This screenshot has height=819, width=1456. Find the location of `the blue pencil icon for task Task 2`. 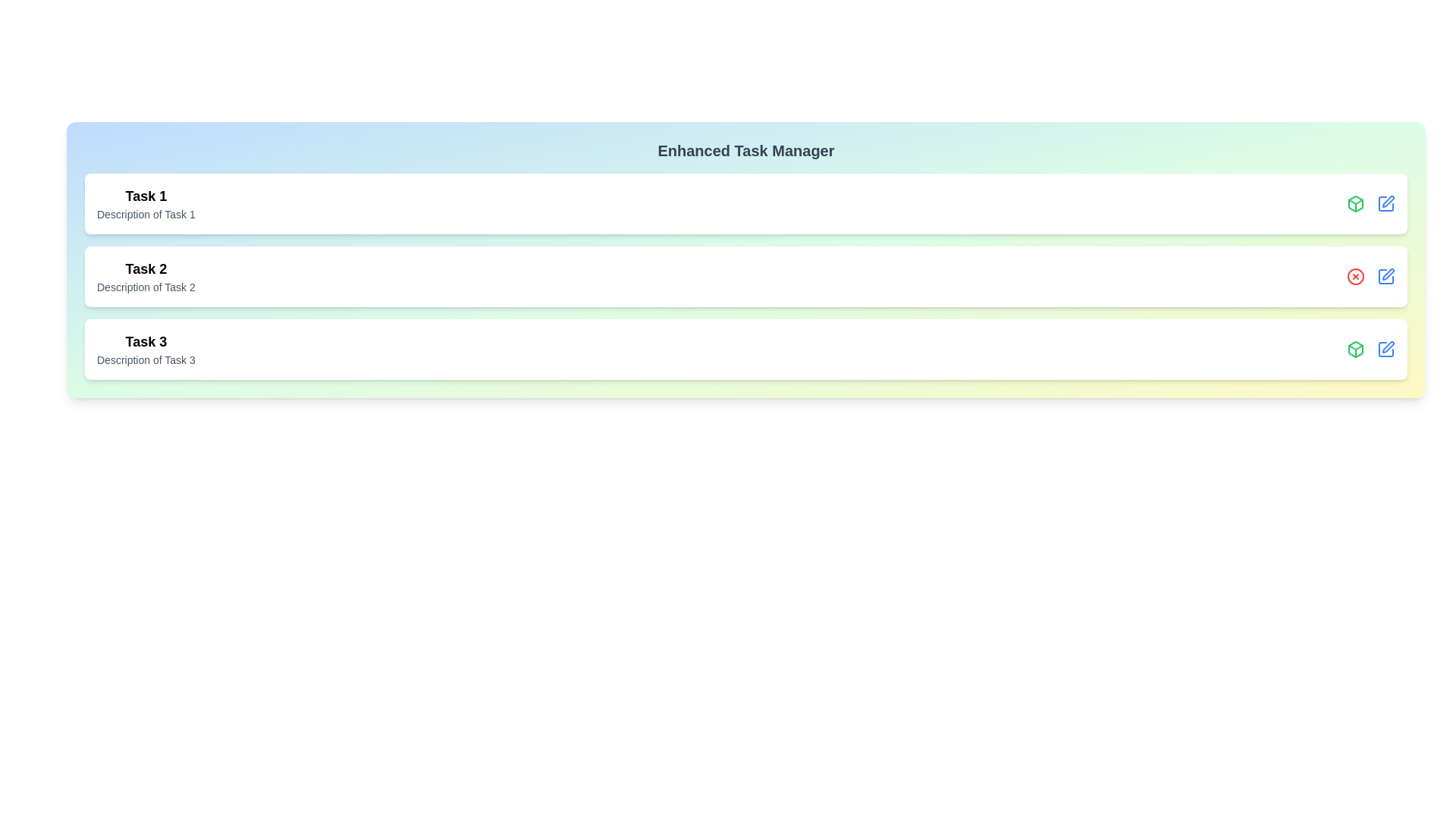

the blue pencil icon for task Task 2 is located at coordinates (1386, 277).